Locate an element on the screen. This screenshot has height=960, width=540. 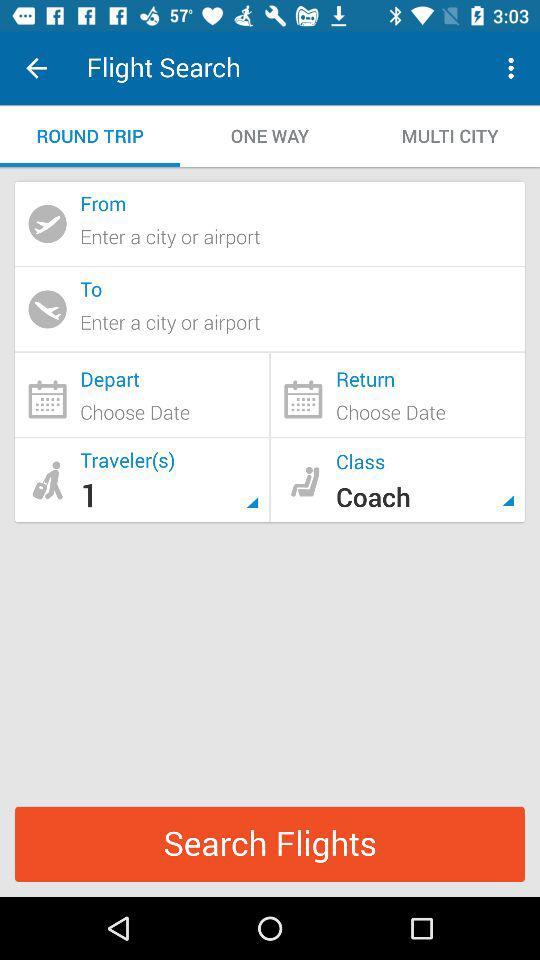
the multi city option is located at coordinates (449, 135).